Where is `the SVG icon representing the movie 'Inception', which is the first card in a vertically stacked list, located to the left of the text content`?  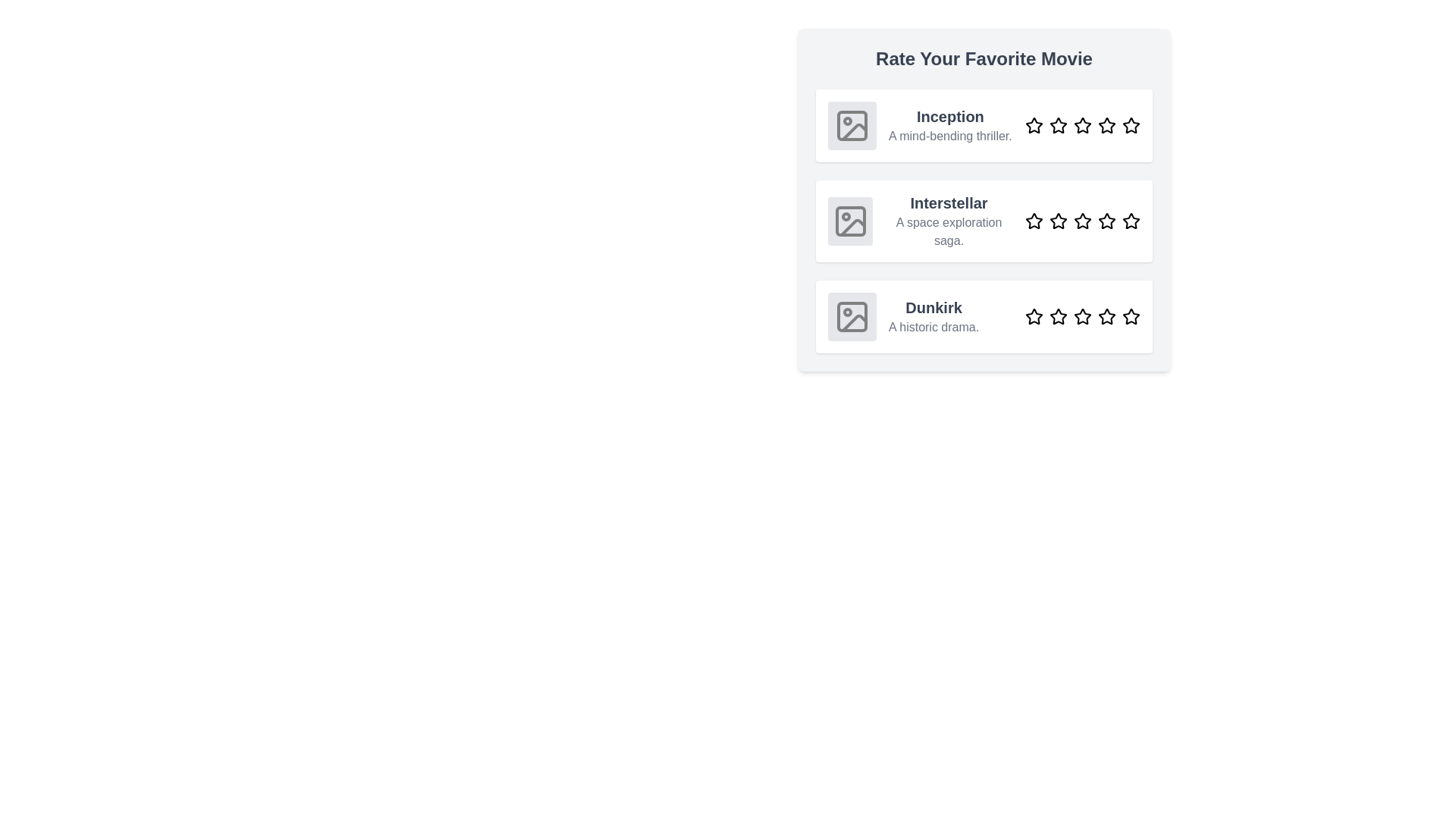
the SVG icon representing the movie 'Inception', which is the first card in a vertically stacked list, located to the left of the text content is located at coordinates (852, 124).